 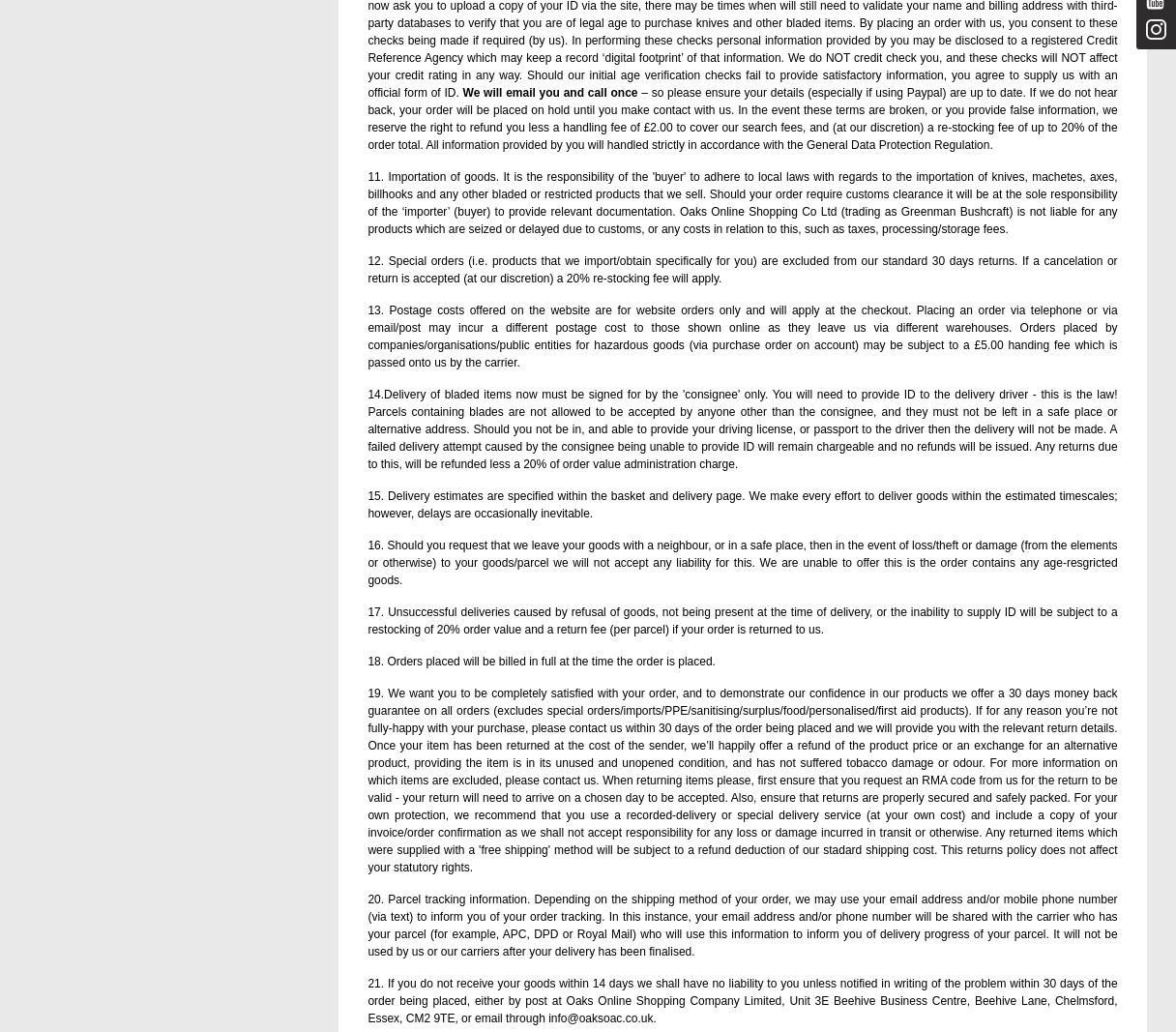 I want to click on '21. If you do not receive your goods within 14 days we shall have no liability to you unless notified in writing of the problem within 30 days of the order being placed, either by post at Oaks Online Shopping Company Limited, Unit 3E Beehive Business Centre, Beehive Lane, Chelmsford, Essex, CM2 9TE, or email through info@oaksoac.co.uk.', so click(x=742, y=1000).